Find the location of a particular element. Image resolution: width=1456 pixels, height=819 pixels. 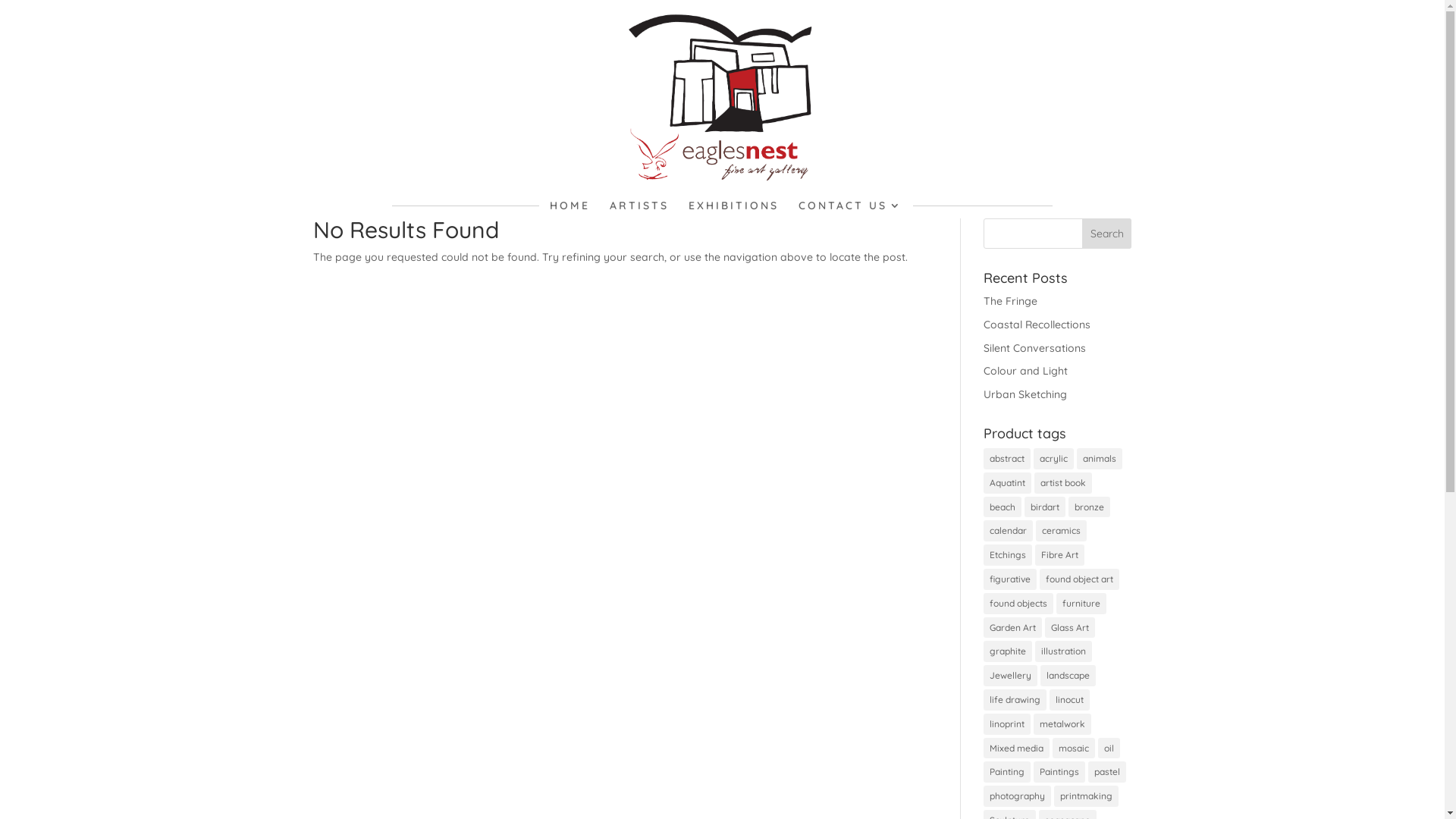

'landscape' is located at coordinates (1040, 675).